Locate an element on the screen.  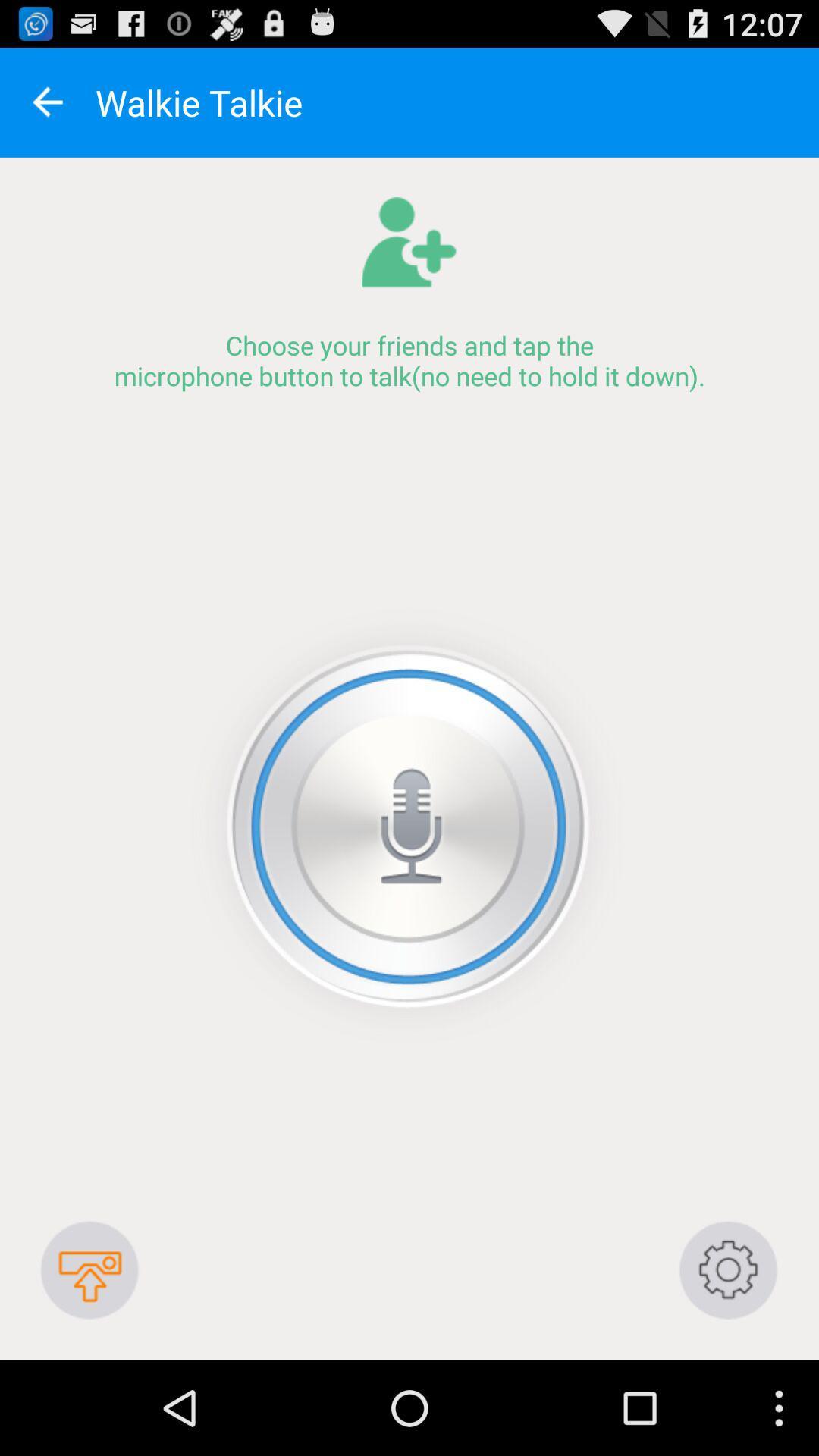
record voice is located at coordinates (408, 826).